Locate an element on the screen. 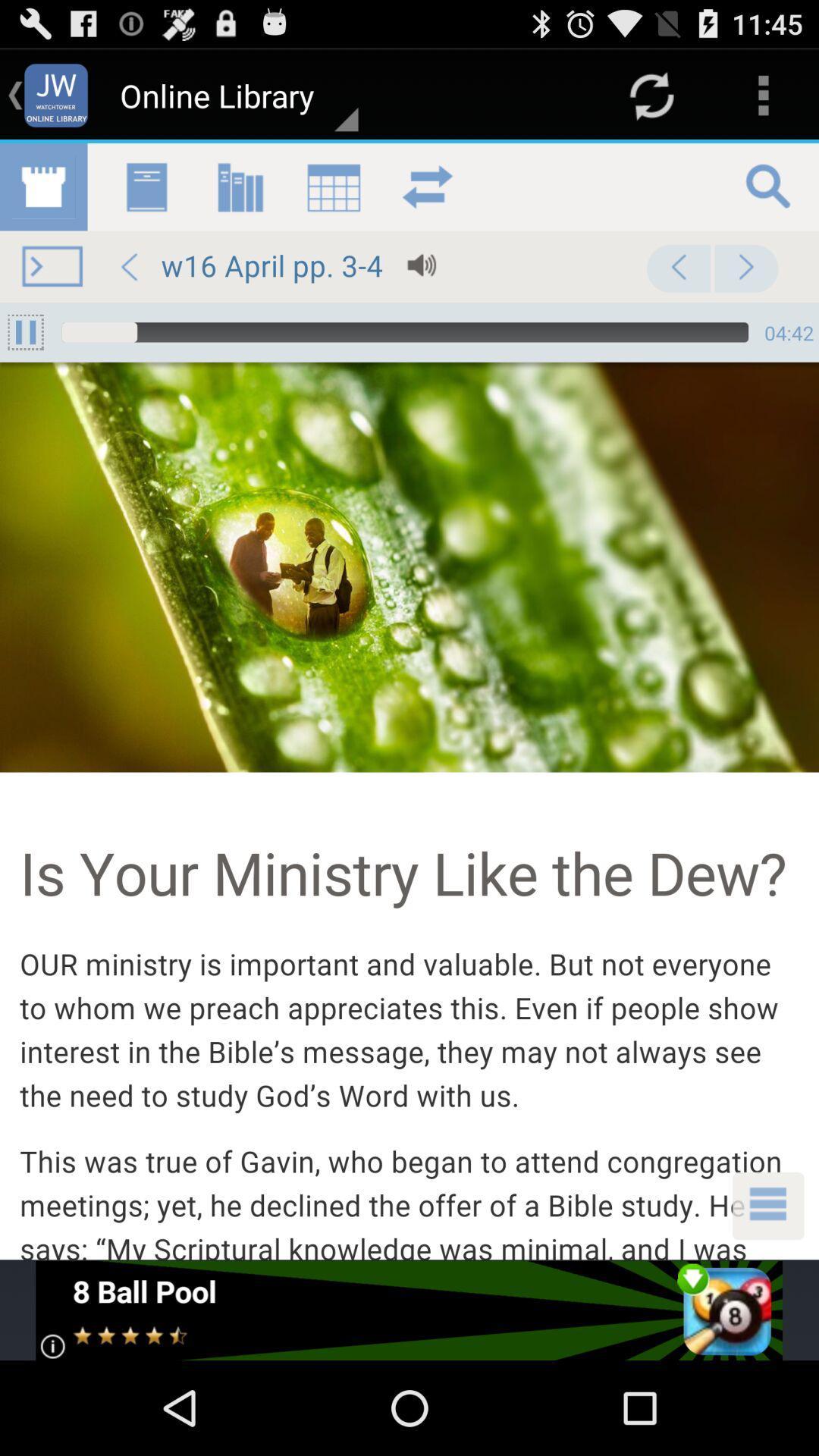 Image resolution: width=819 pixels, height=1456 pixels. view advertisements is located at coordinates (408, 1310).